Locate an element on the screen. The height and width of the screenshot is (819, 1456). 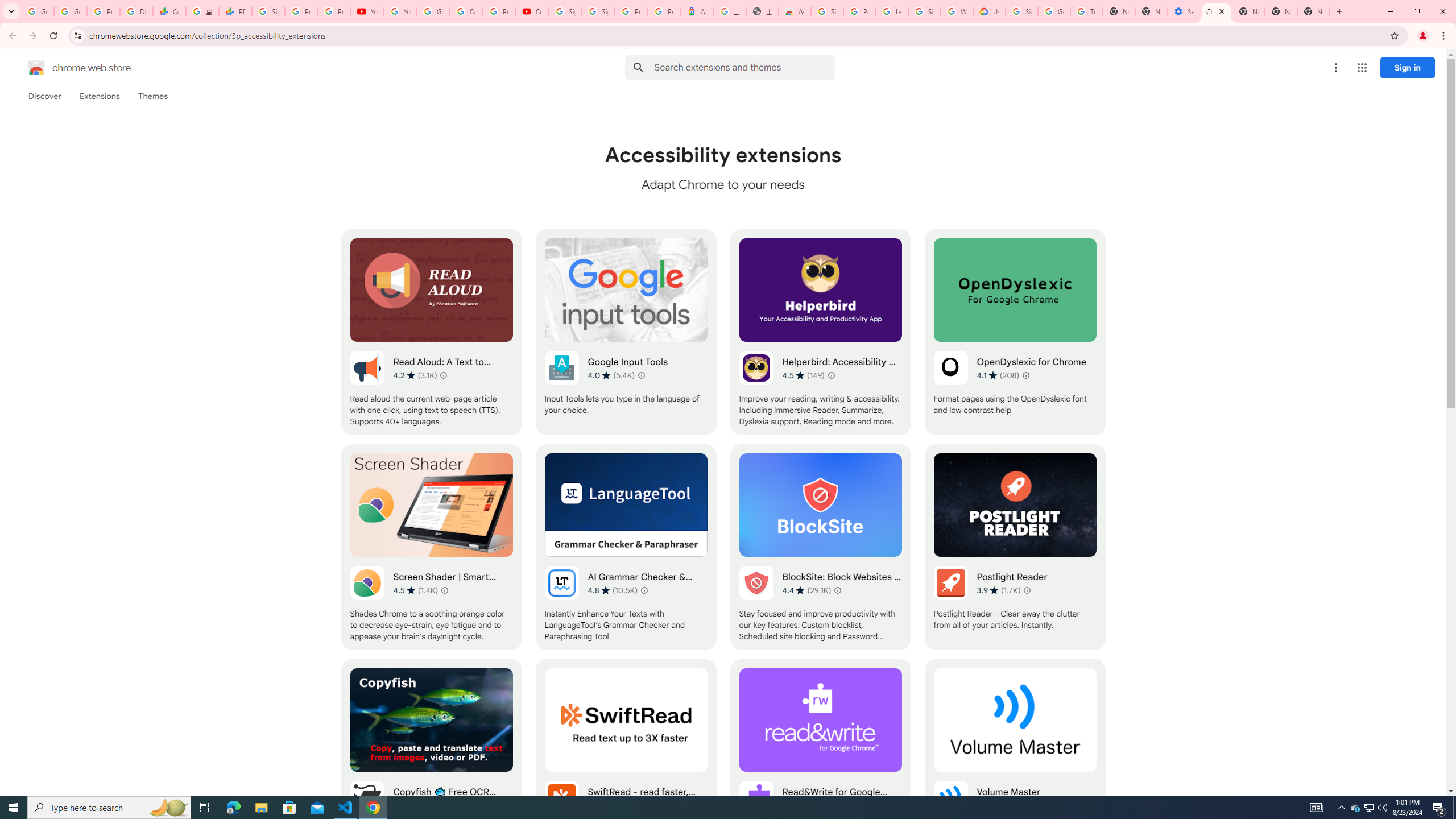
'Screen Shader | Smart Screen Tinting' is located at coordinates (431, 547).